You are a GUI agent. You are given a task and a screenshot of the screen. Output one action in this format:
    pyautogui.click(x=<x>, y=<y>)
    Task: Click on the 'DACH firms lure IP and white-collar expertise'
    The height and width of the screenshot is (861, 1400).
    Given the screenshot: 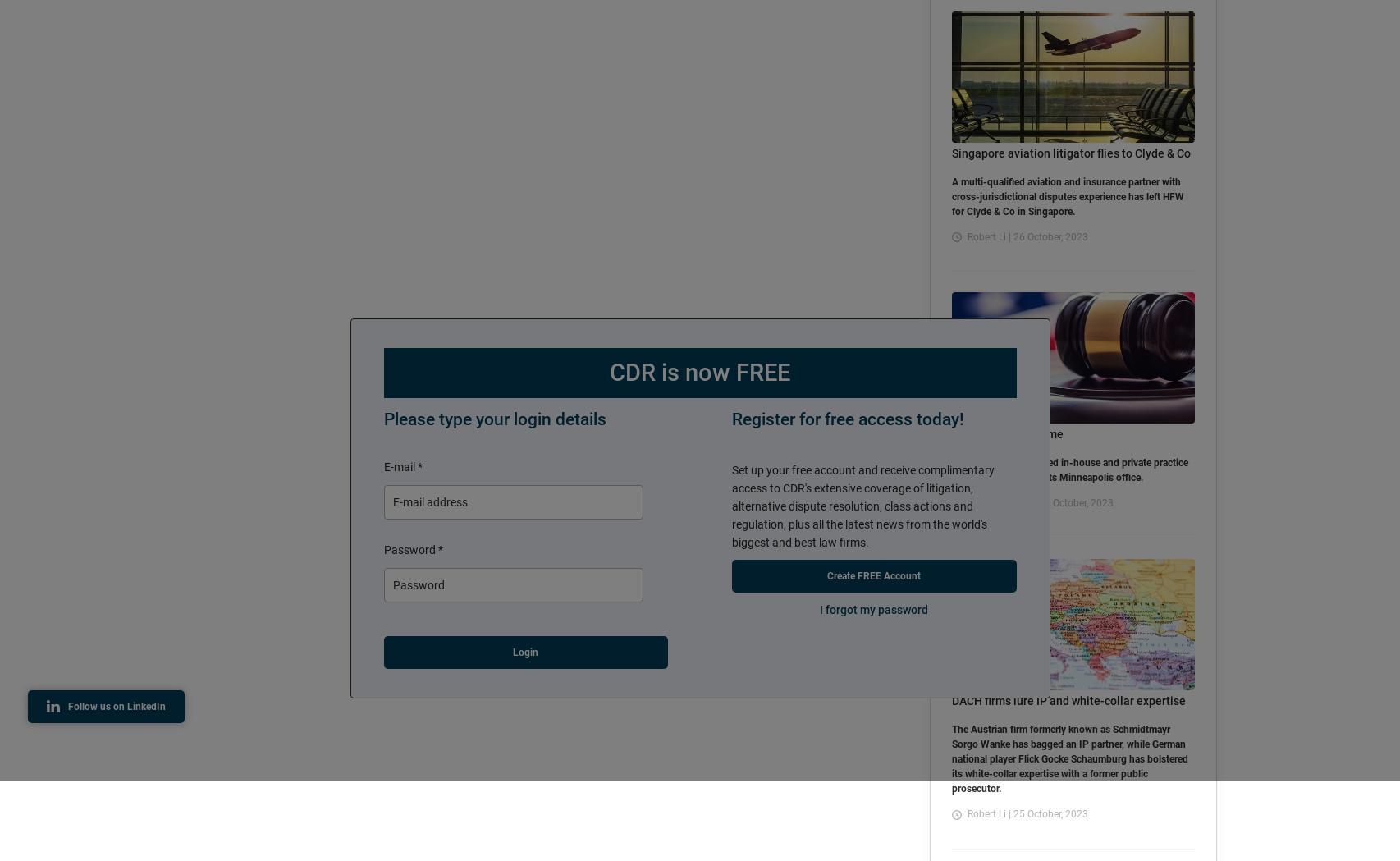 What is the action you would take?
    pyautogui.click(x=1068, y=700)
    